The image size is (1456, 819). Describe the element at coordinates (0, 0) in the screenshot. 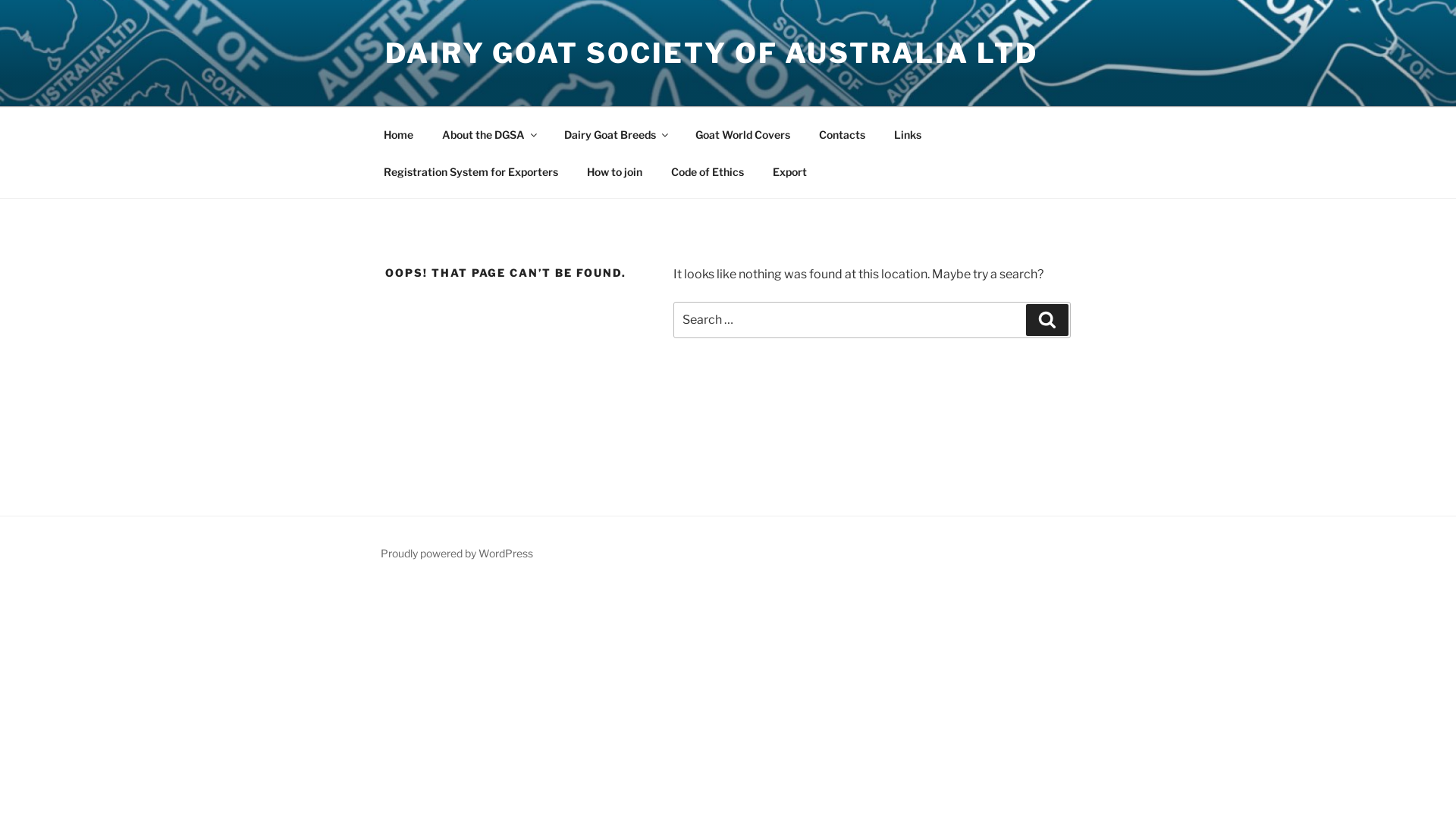

I see `'Skip to content'` at that location.